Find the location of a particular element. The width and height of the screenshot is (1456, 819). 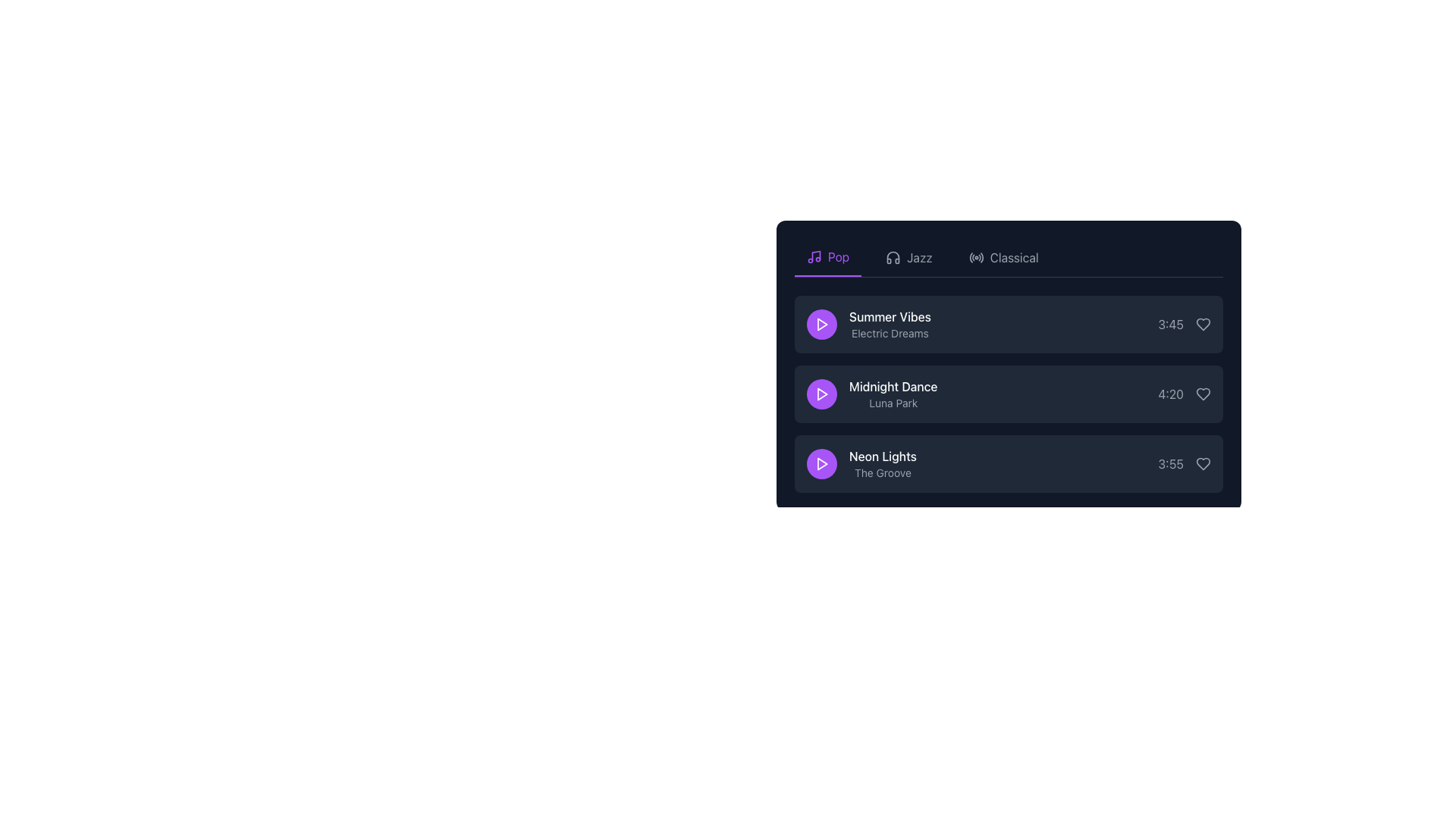

text content of the title label positioned above 'Luna Park' in the playlist, which serves as the identifier for the track is located at coordinates (893, 385).